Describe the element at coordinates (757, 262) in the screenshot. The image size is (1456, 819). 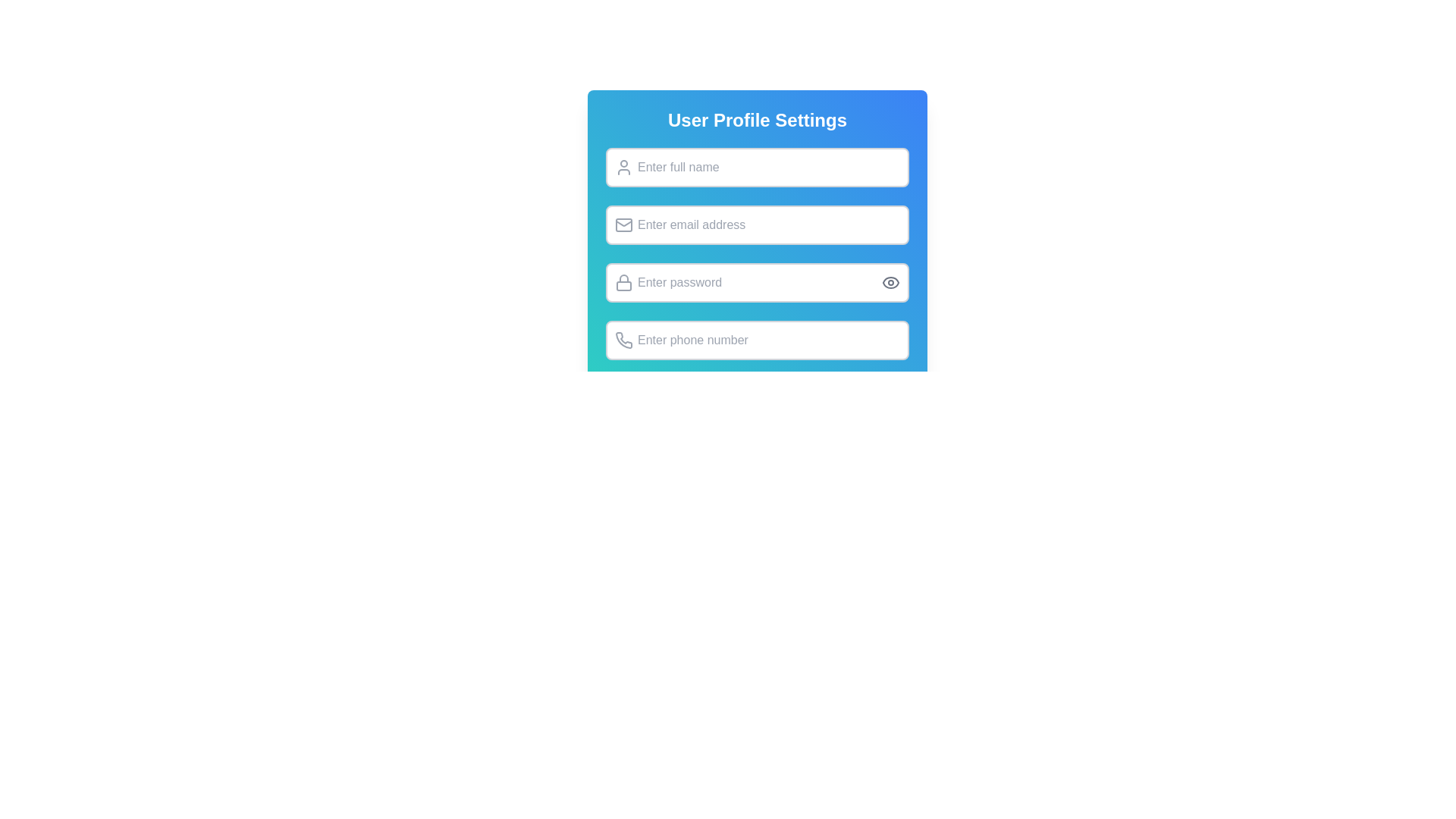
I see `the password input field to focus and begin typing, which is the third input field in the vertical arrangement of form fields on the card` at that location.